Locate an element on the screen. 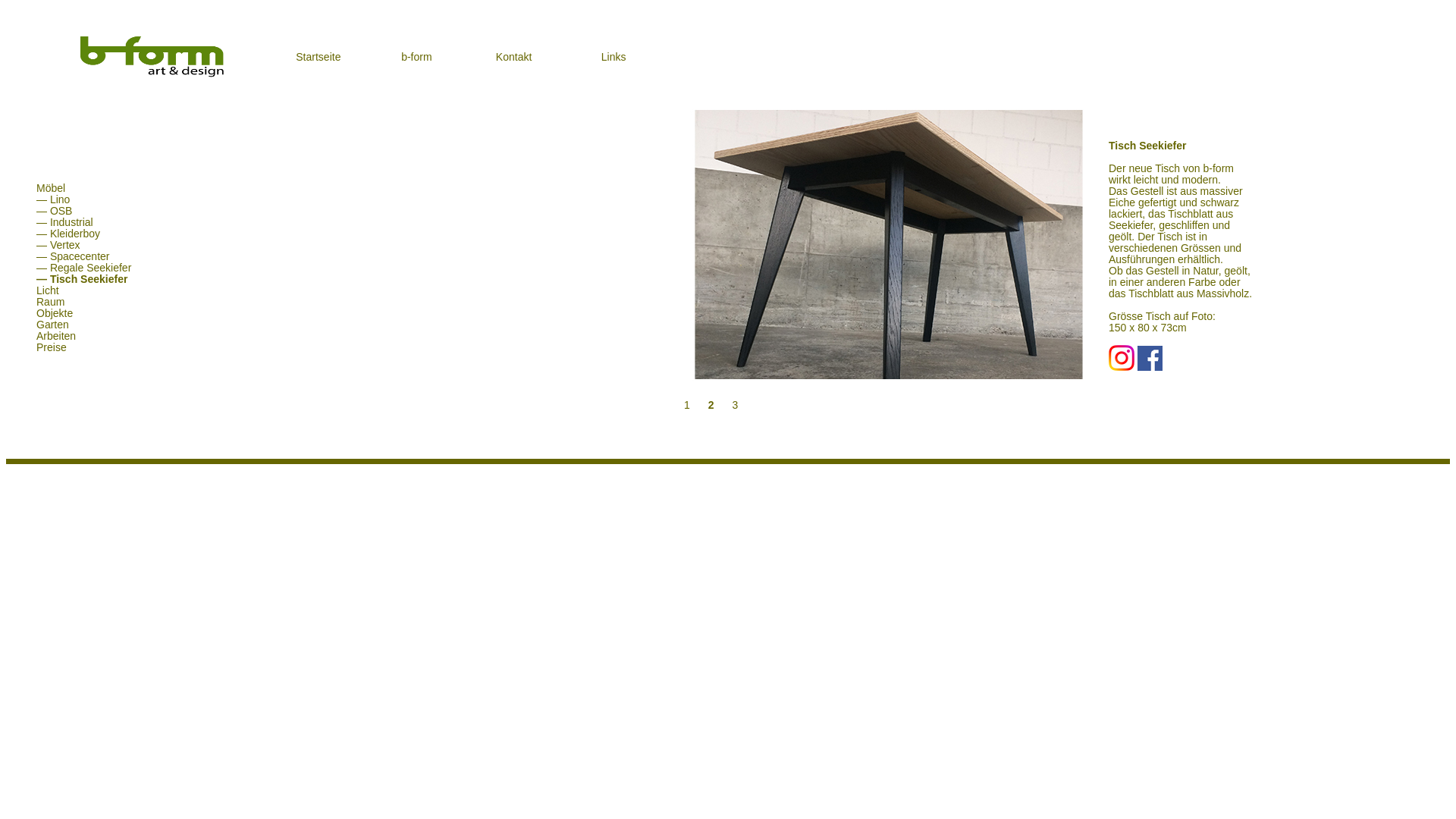 This screenshot has height=819, width=1456. '1' is located at coordinates (679, 403).